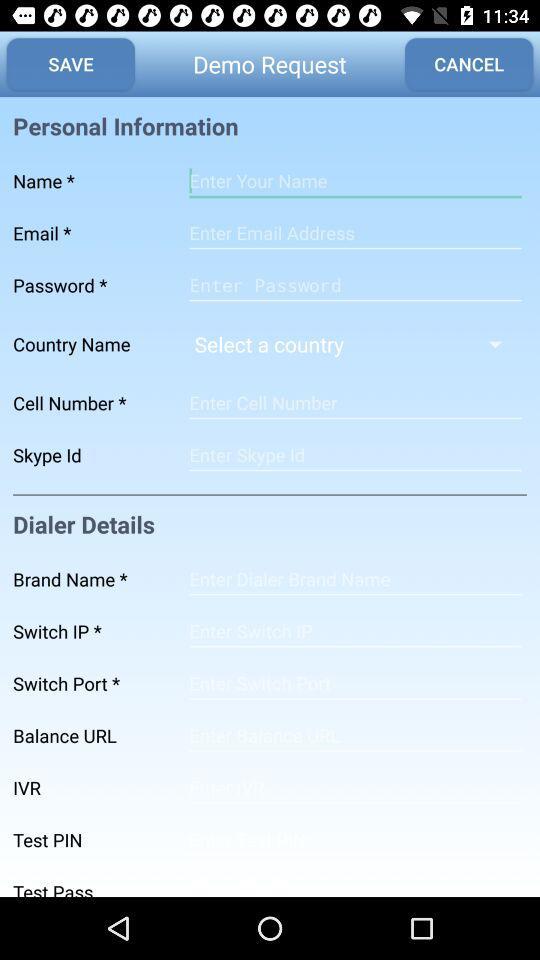  What do you see at coordinates (354, 880) in the screenshot?
I see `test pass input field` at bounding box center [354, 880].